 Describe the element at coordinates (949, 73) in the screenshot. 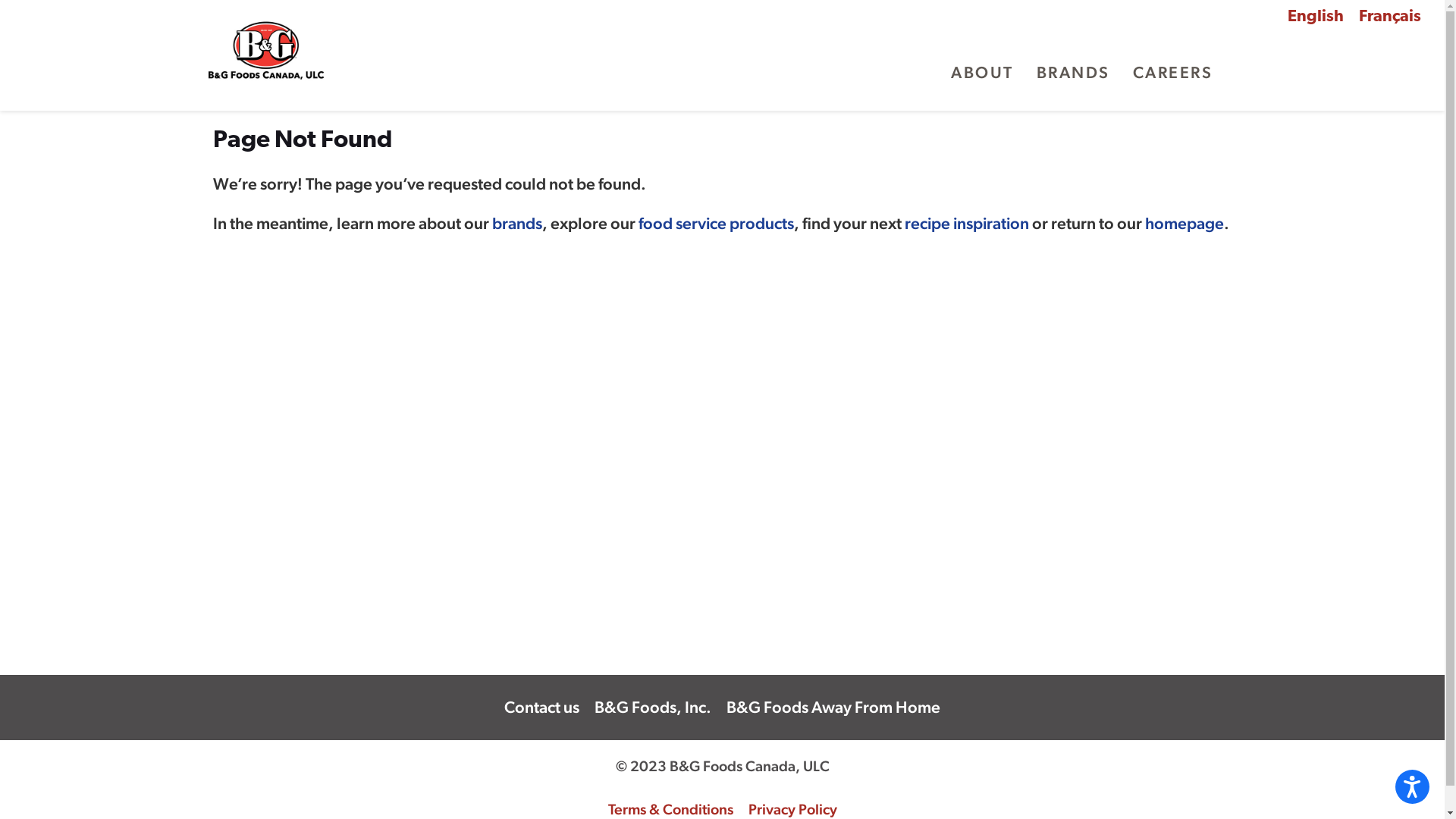

I see `'ABOUT'` at that location.